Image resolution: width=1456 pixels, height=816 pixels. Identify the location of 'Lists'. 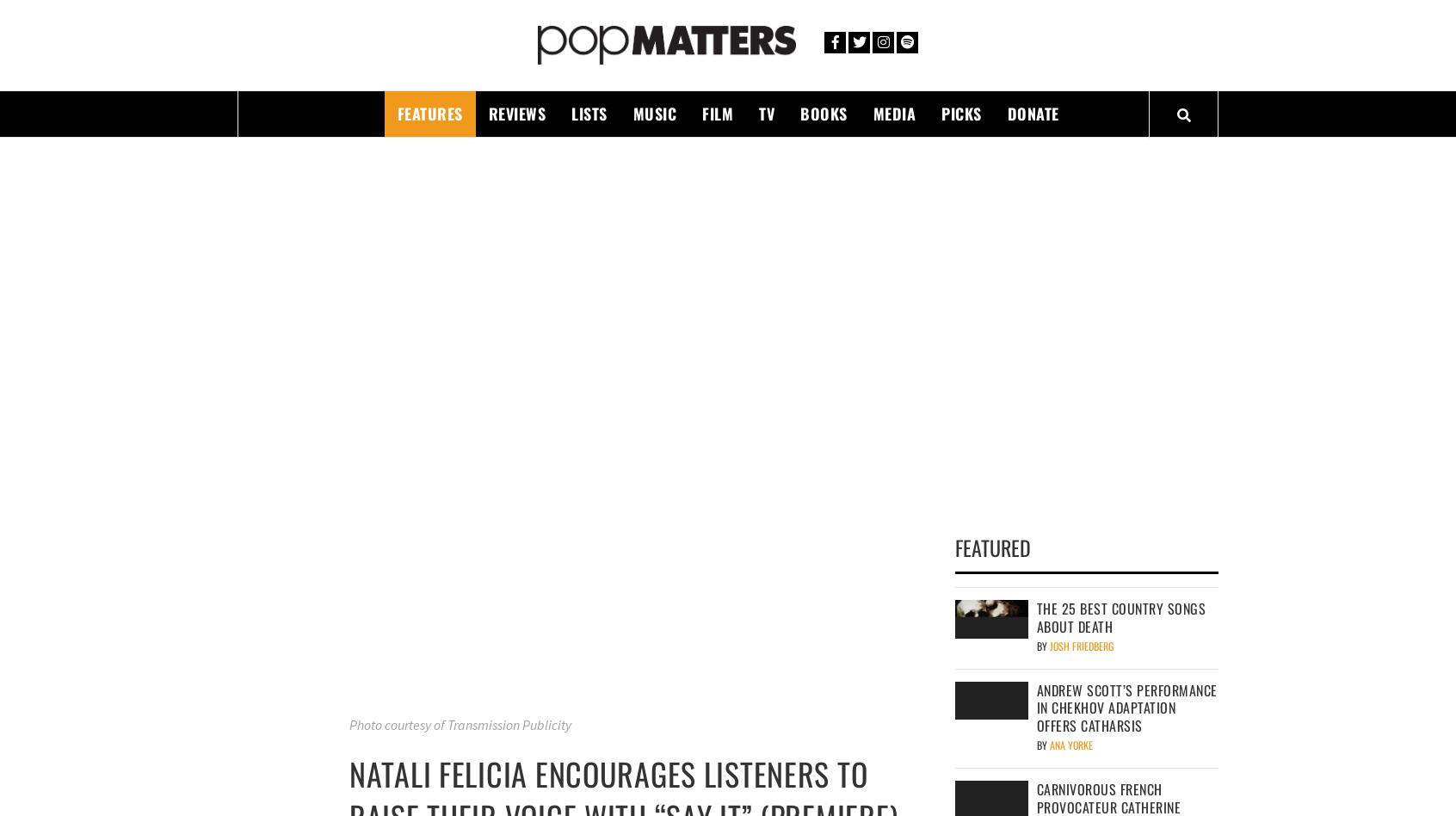
(589, 112).